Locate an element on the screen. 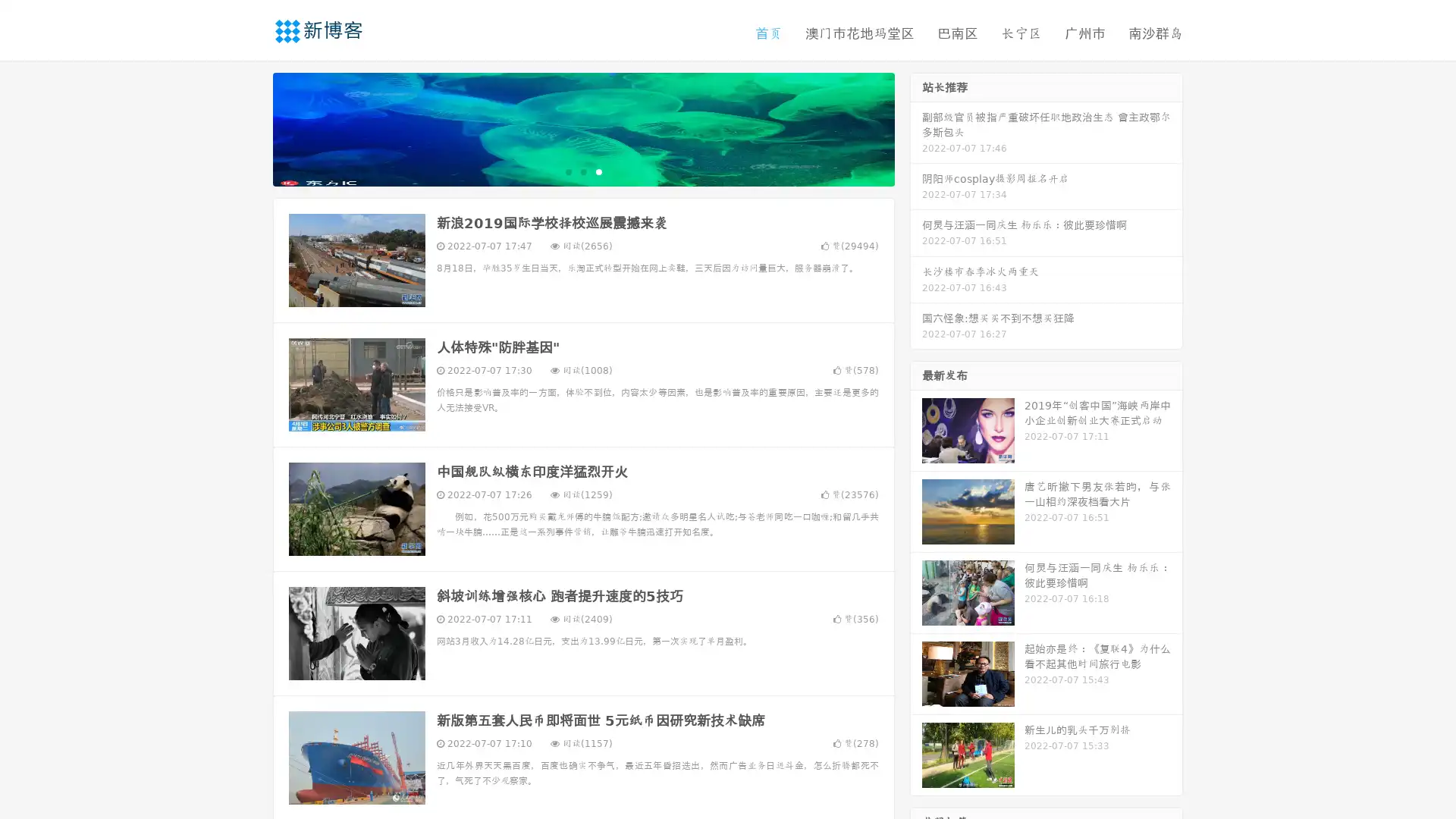  Go to slide 3 is located at coordinates (598, 171).